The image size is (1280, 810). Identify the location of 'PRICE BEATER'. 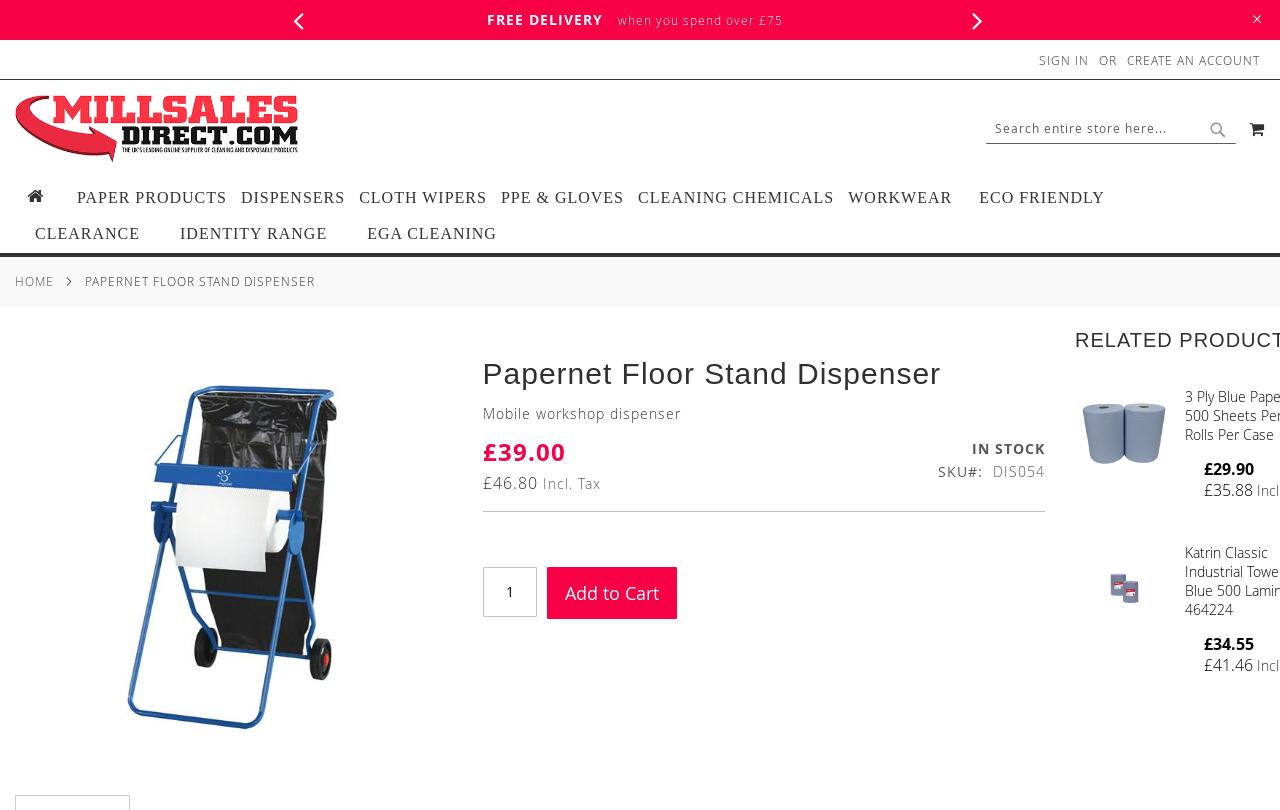
(1141, 19).